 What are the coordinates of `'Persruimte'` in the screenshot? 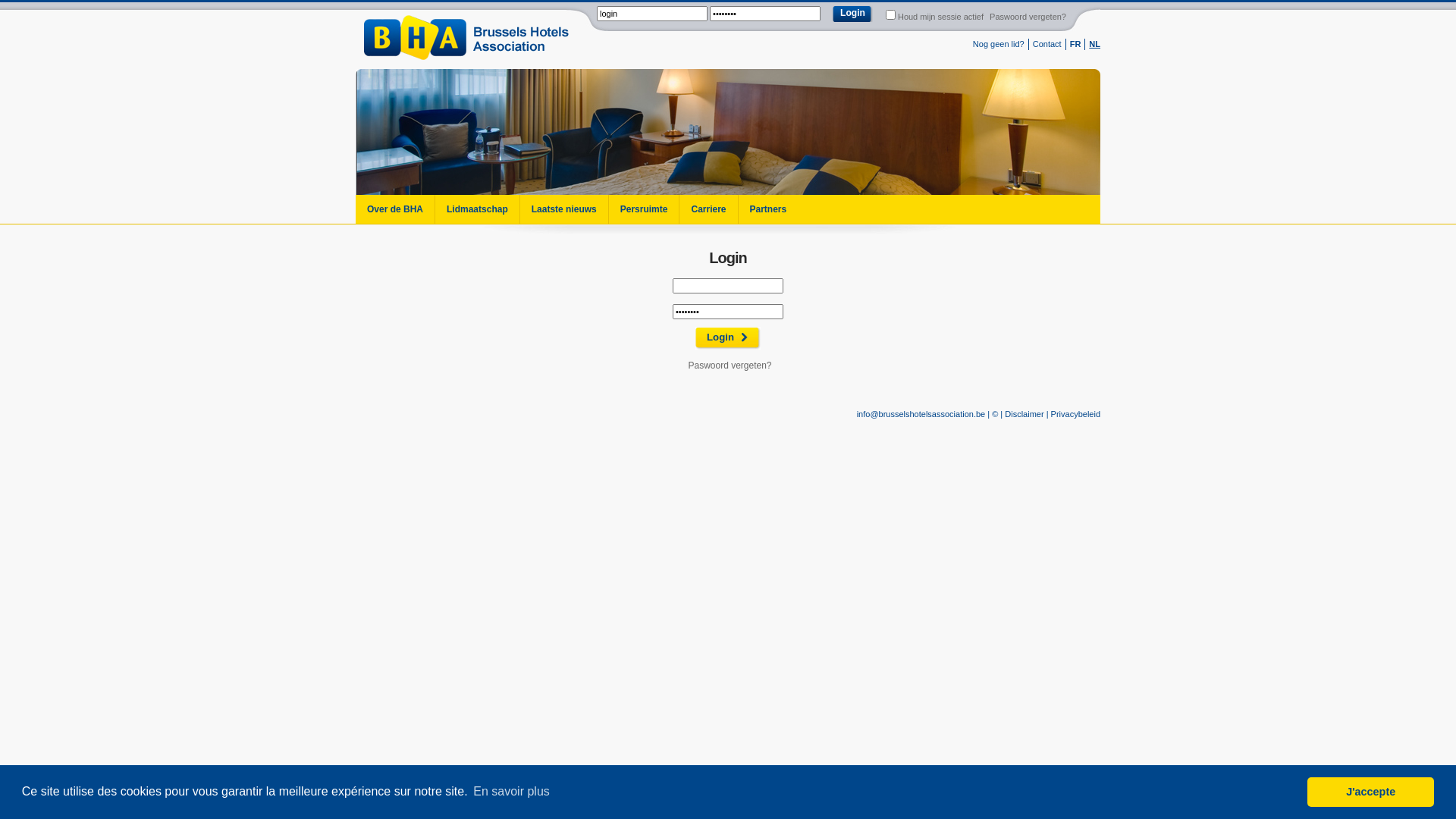 It's located at (607, 209).